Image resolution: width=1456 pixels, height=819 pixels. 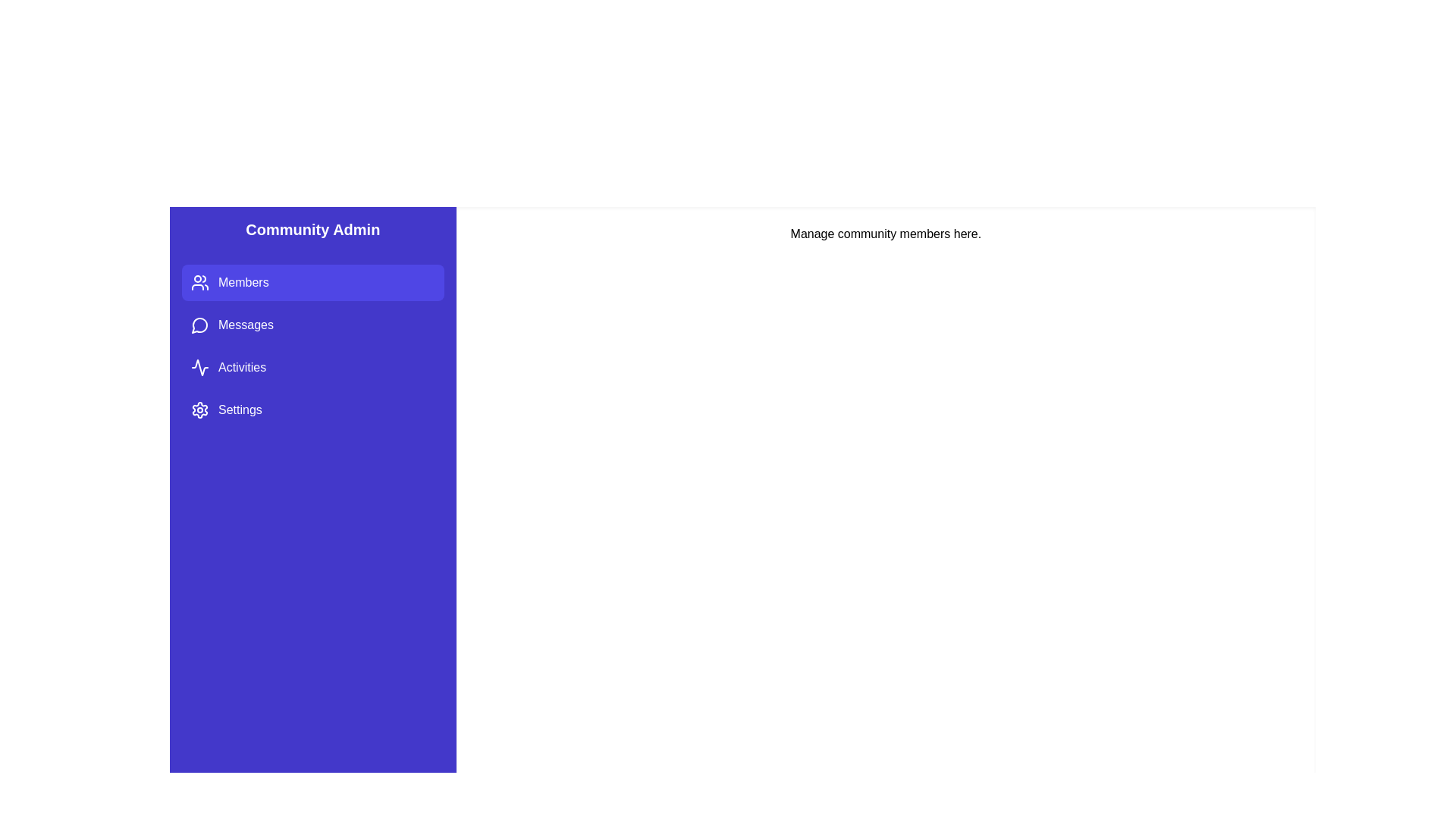 What do you see at coordinates (312, 409) in the screenshot?
I see `the settings button located in the vertical navigation list beneath the 'Activities' element` at bounding box center [312, 409].